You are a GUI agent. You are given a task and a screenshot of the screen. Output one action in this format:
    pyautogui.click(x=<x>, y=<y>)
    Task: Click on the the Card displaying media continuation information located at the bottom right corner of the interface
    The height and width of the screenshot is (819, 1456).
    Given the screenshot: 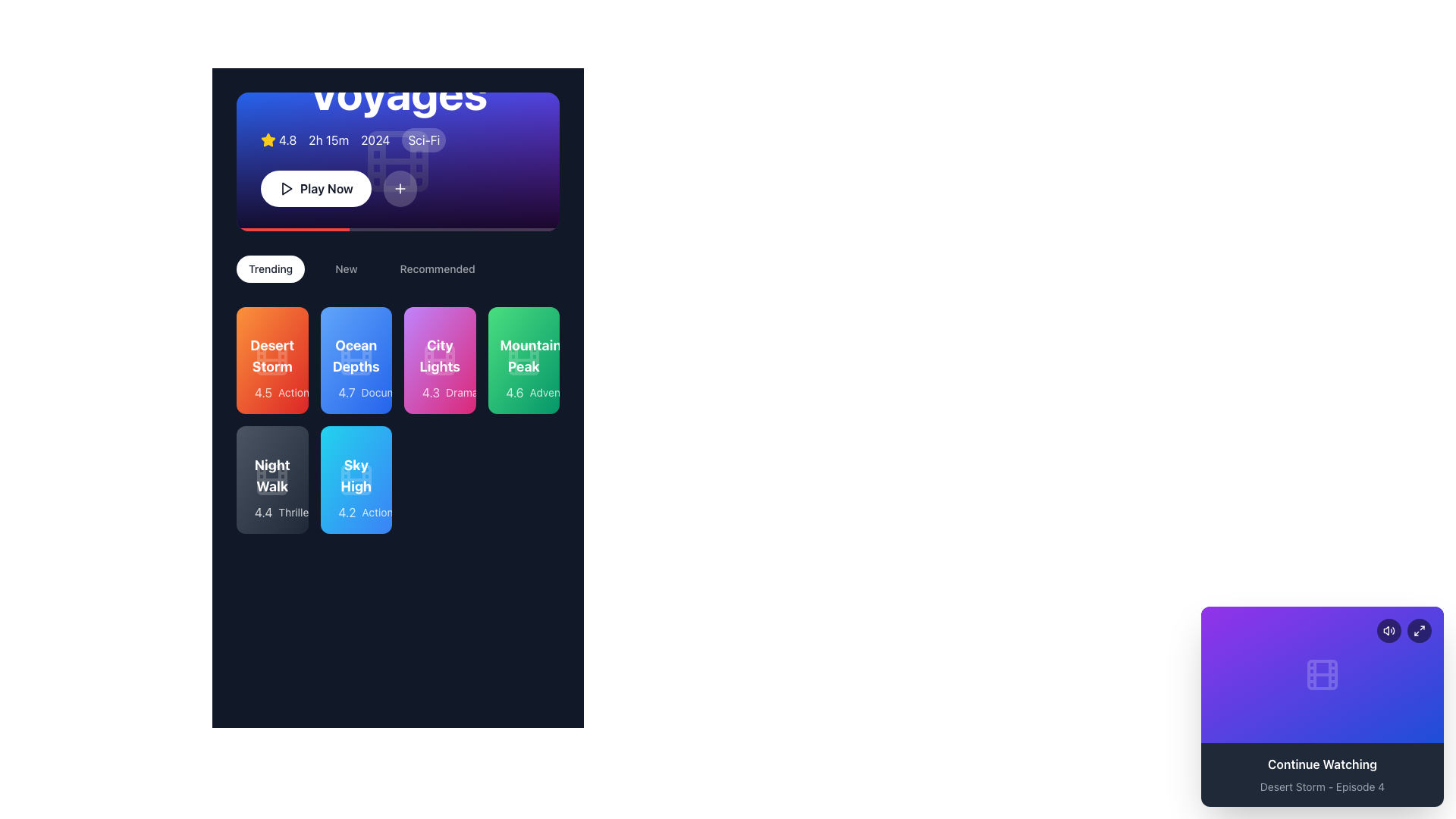 What is the action you would take?
    pyautogui.click(x=1321, y=707)
    